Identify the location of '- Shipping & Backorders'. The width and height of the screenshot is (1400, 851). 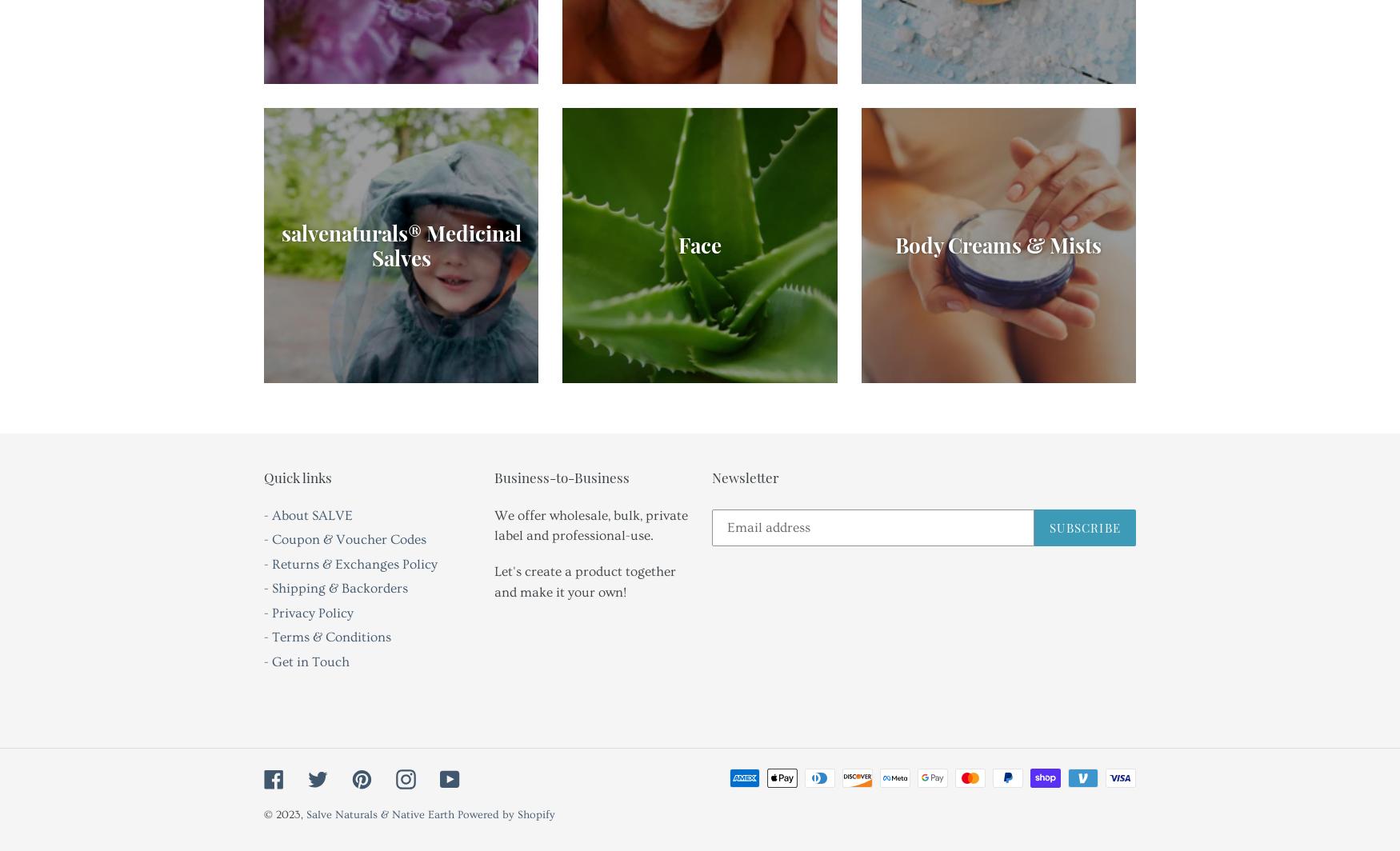
(264, 588).